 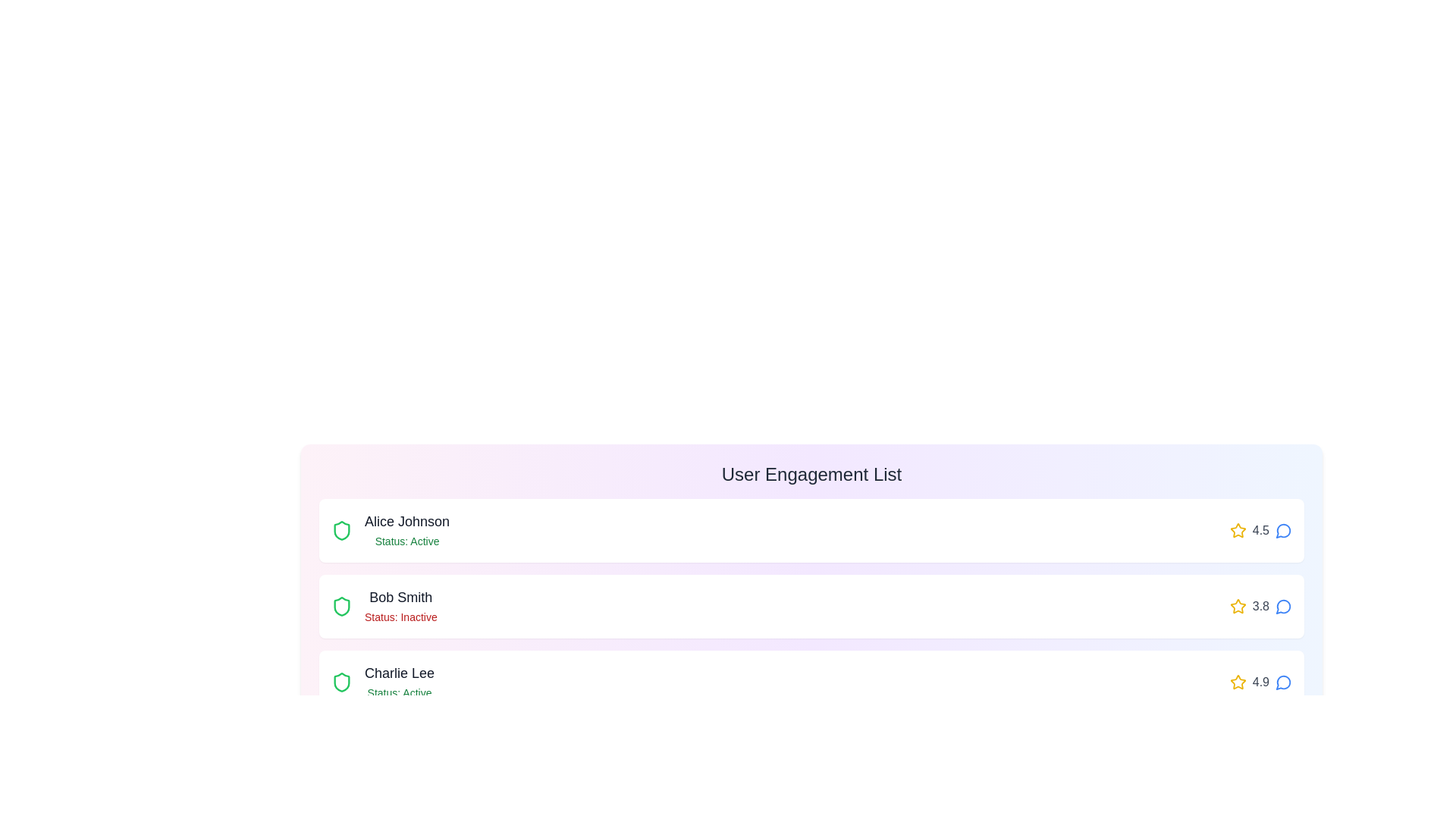 What do you see at coordinates (811, 605) in the screenshot?
I see `the user entry Bob Smith to observe additional effects` at bounding box center [811, 605].